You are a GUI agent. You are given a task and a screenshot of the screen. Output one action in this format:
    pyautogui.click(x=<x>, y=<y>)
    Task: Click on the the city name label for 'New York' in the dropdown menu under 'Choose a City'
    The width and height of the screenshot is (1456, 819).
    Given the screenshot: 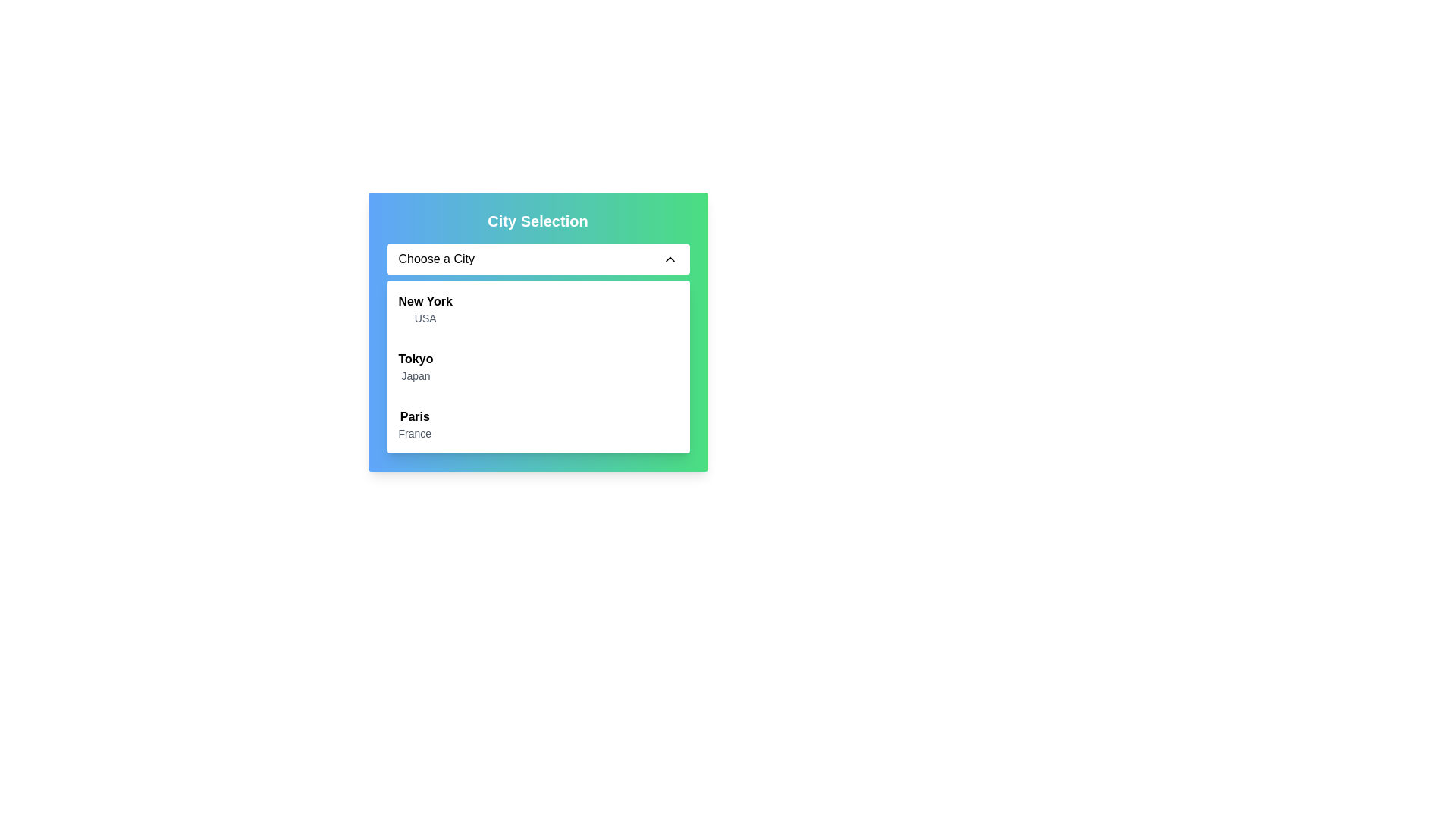 What is the action you would take?
    pyautogui.click(x=425, y=301)
    